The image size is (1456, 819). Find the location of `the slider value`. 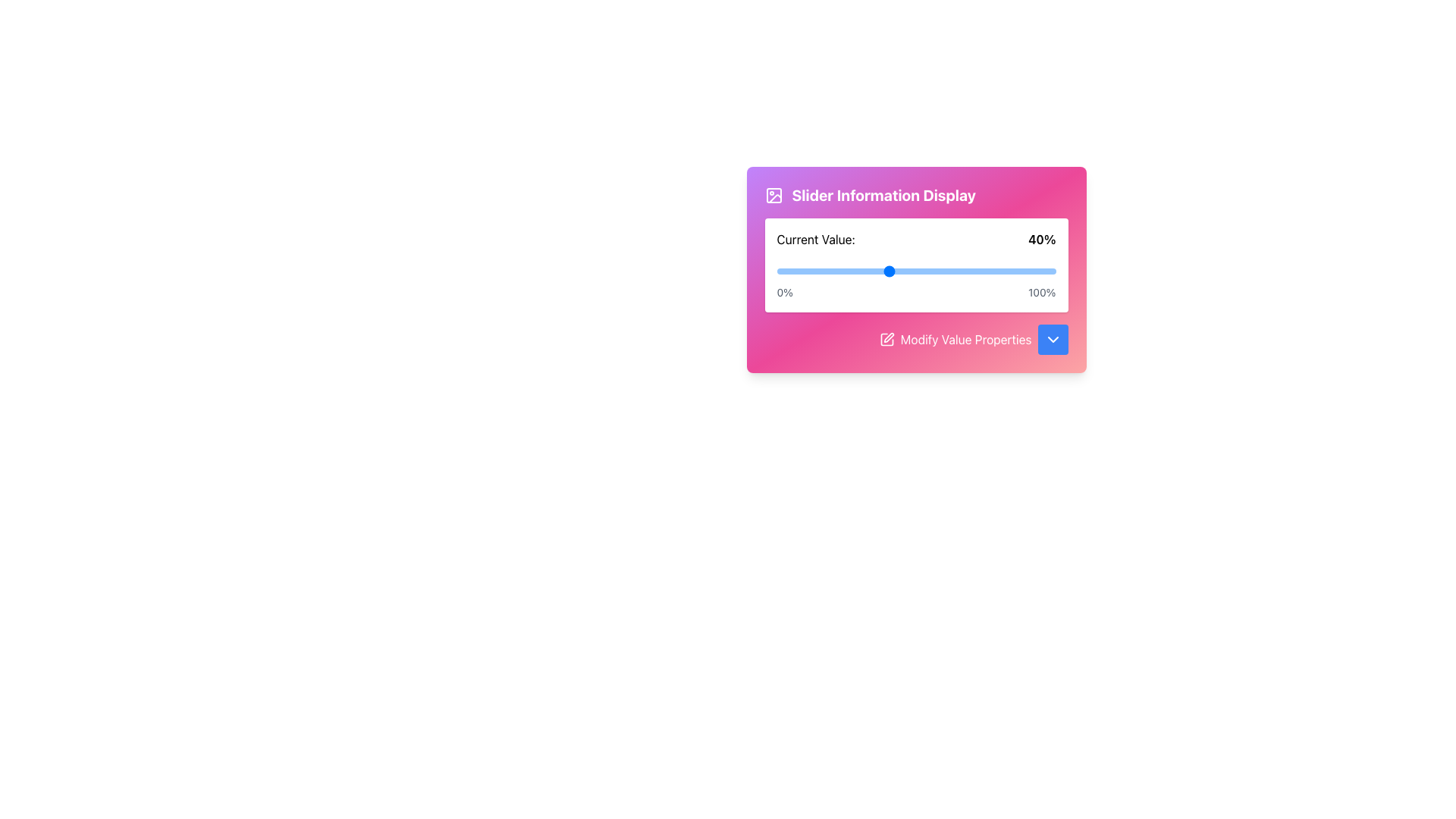

the slider value is located at coordinates (1011, 271).